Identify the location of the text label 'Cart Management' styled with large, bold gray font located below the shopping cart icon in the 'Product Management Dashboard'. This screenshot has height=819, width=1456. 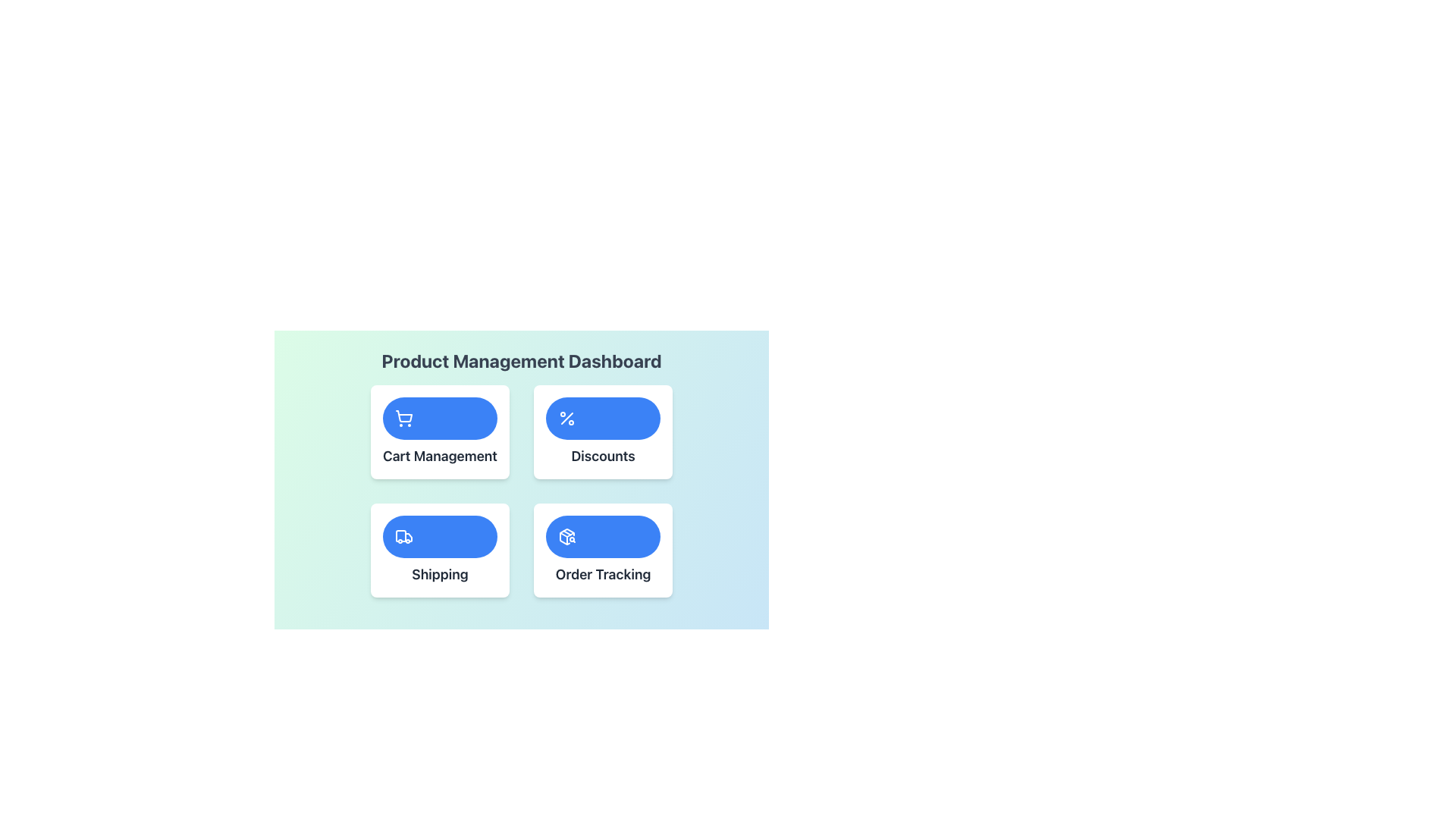
(439, 455).